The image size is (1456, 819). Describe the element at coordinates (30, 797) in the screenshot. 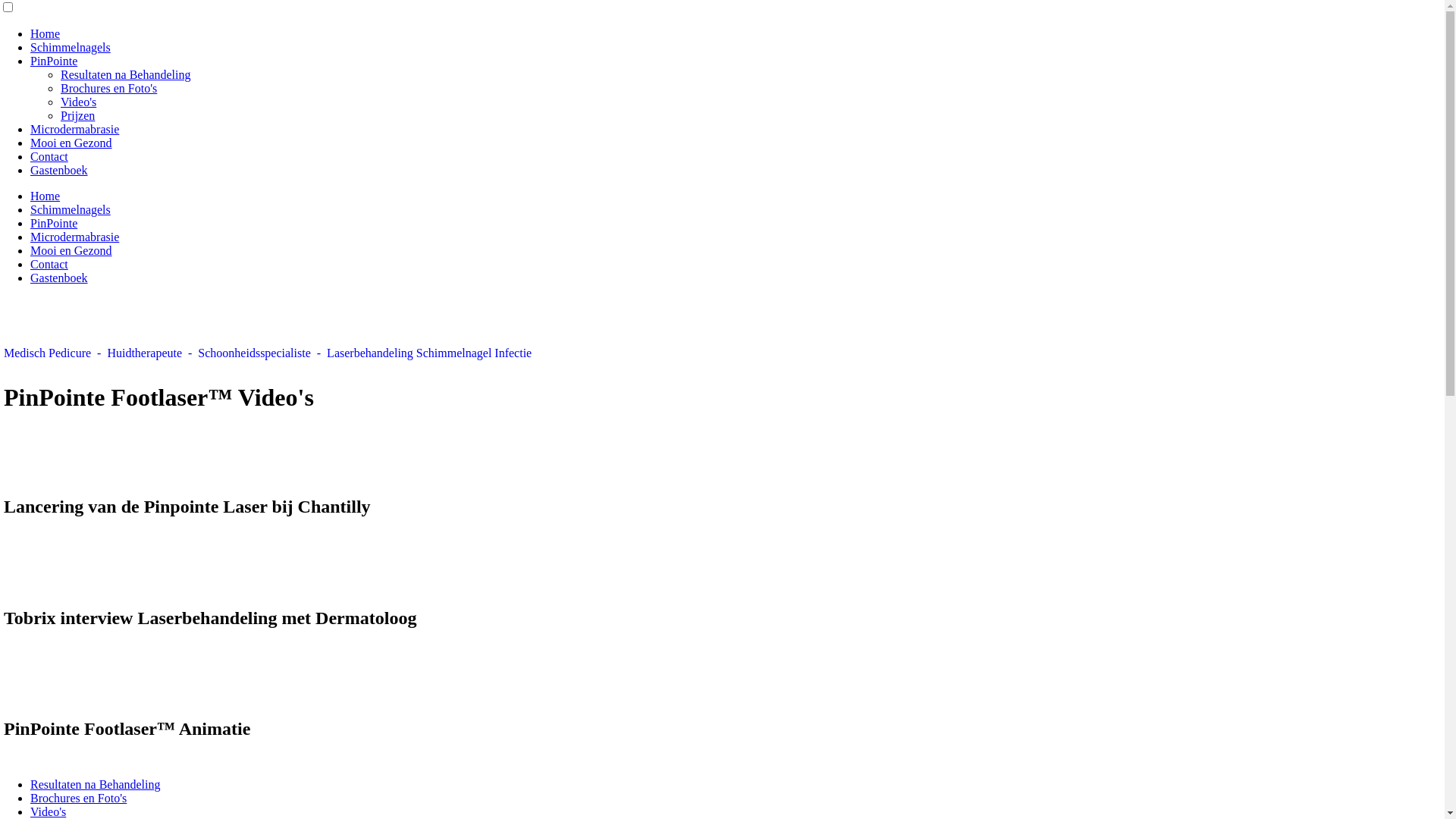

I see `'Brochures en Foto's'` at that location.